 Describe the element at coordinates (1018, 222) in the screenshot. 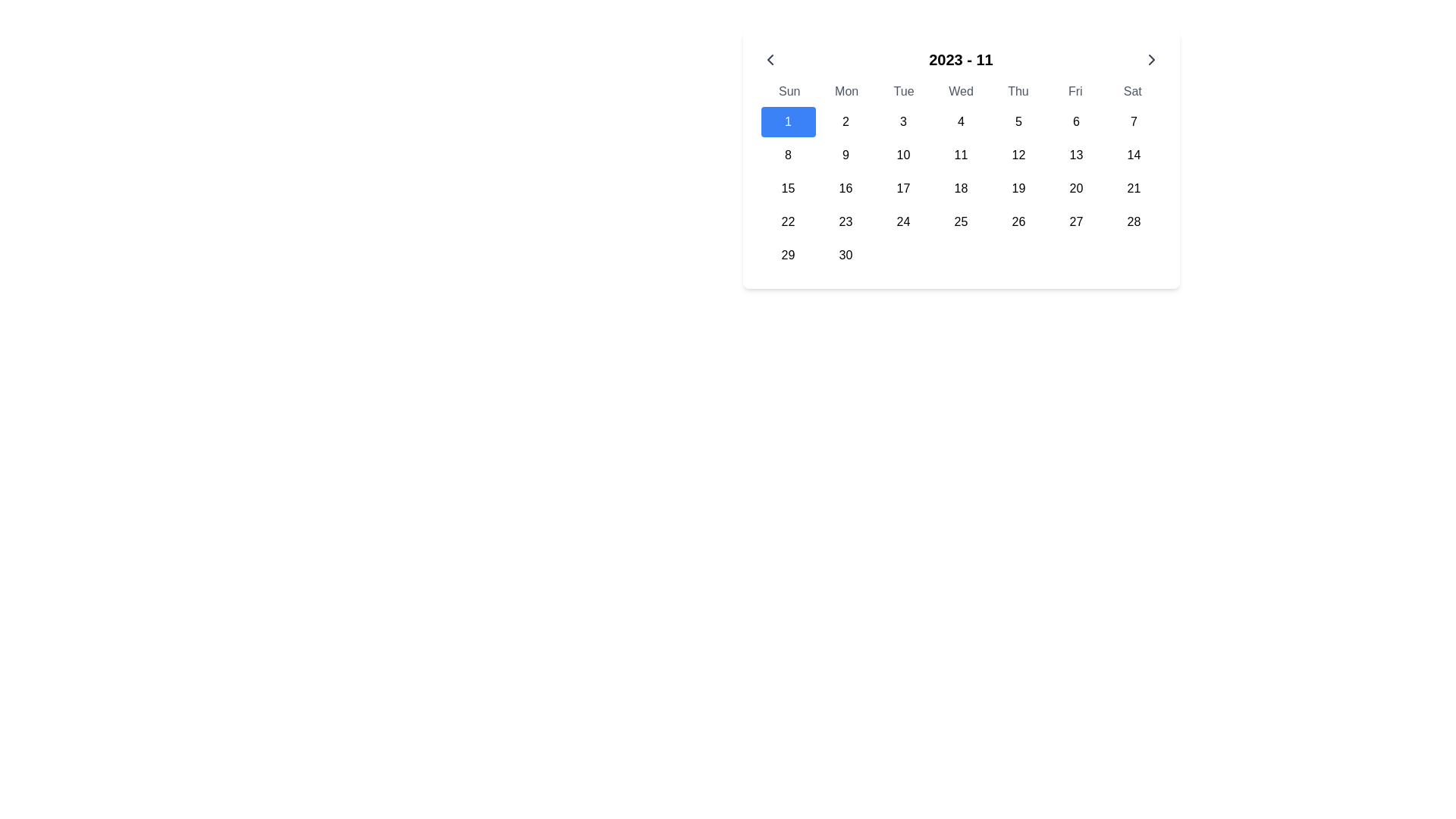

I see `the button displaying the number '26' in the calendar layout to trigger the hover effect` at that location.